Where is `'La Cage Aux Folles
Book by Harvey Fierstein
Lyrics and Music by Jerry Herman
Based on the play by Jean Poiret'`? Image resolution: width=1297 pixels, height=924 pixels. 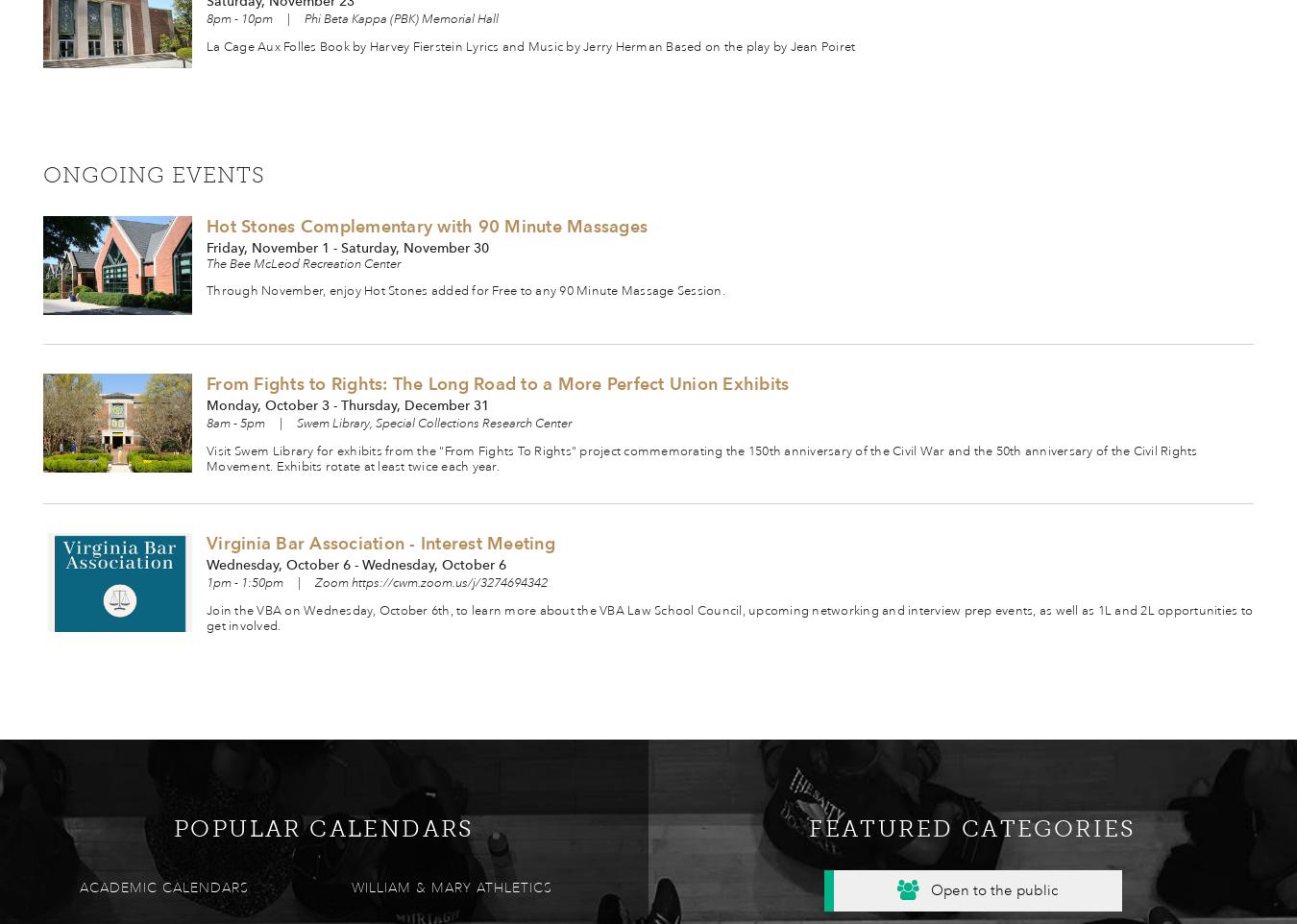 'La Cage Aux Folles
Book by Harvey Fierstein
Lyrics and Music by Jerry Herman
Based on the play by Jean Poiret' is located at coordinates (529, 45).